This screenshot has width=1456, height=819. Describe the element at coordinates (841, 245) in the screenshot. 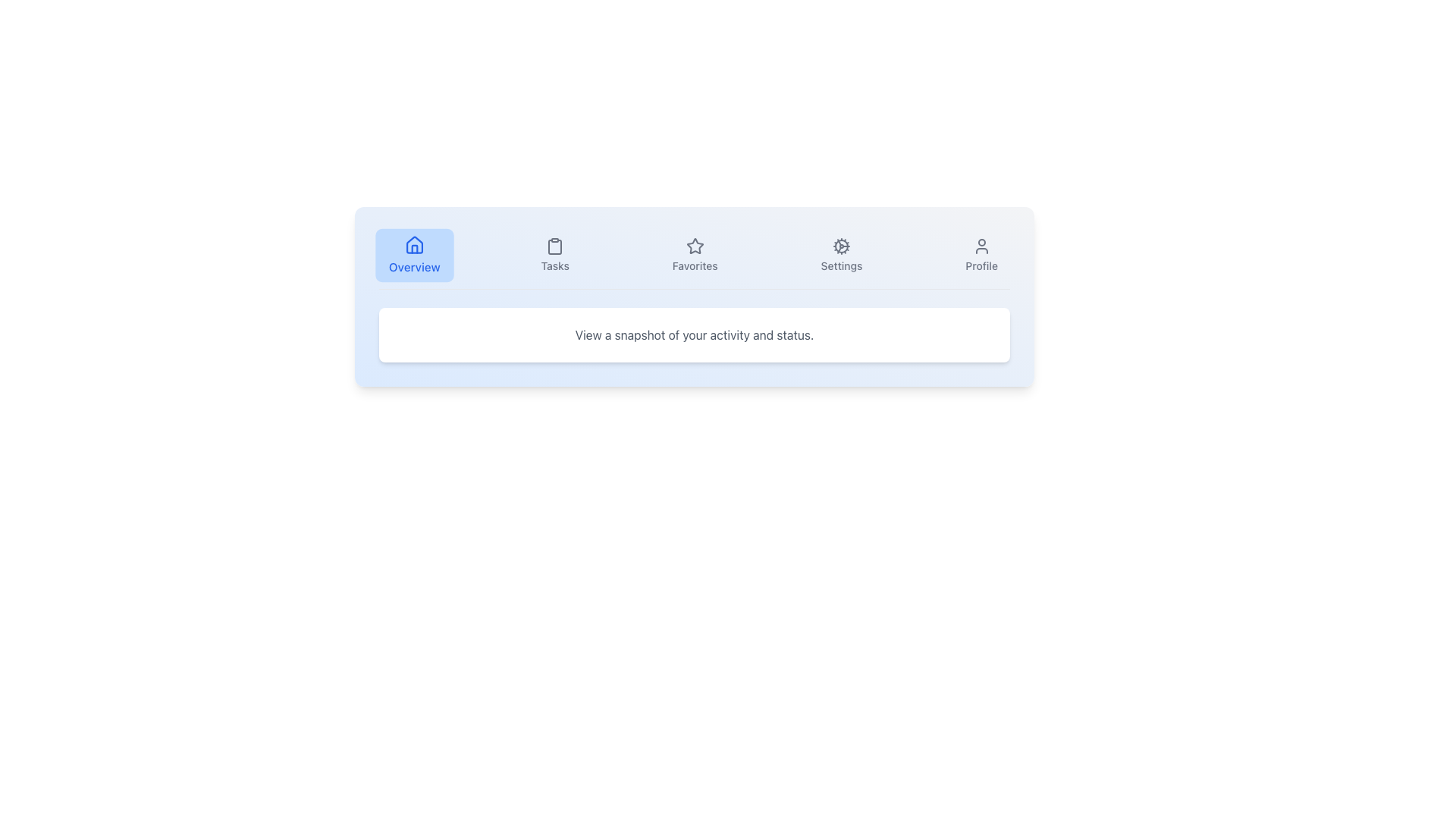

I see `the cogwheel-shaped icon located in the center of the 'Settings' button` at that location.